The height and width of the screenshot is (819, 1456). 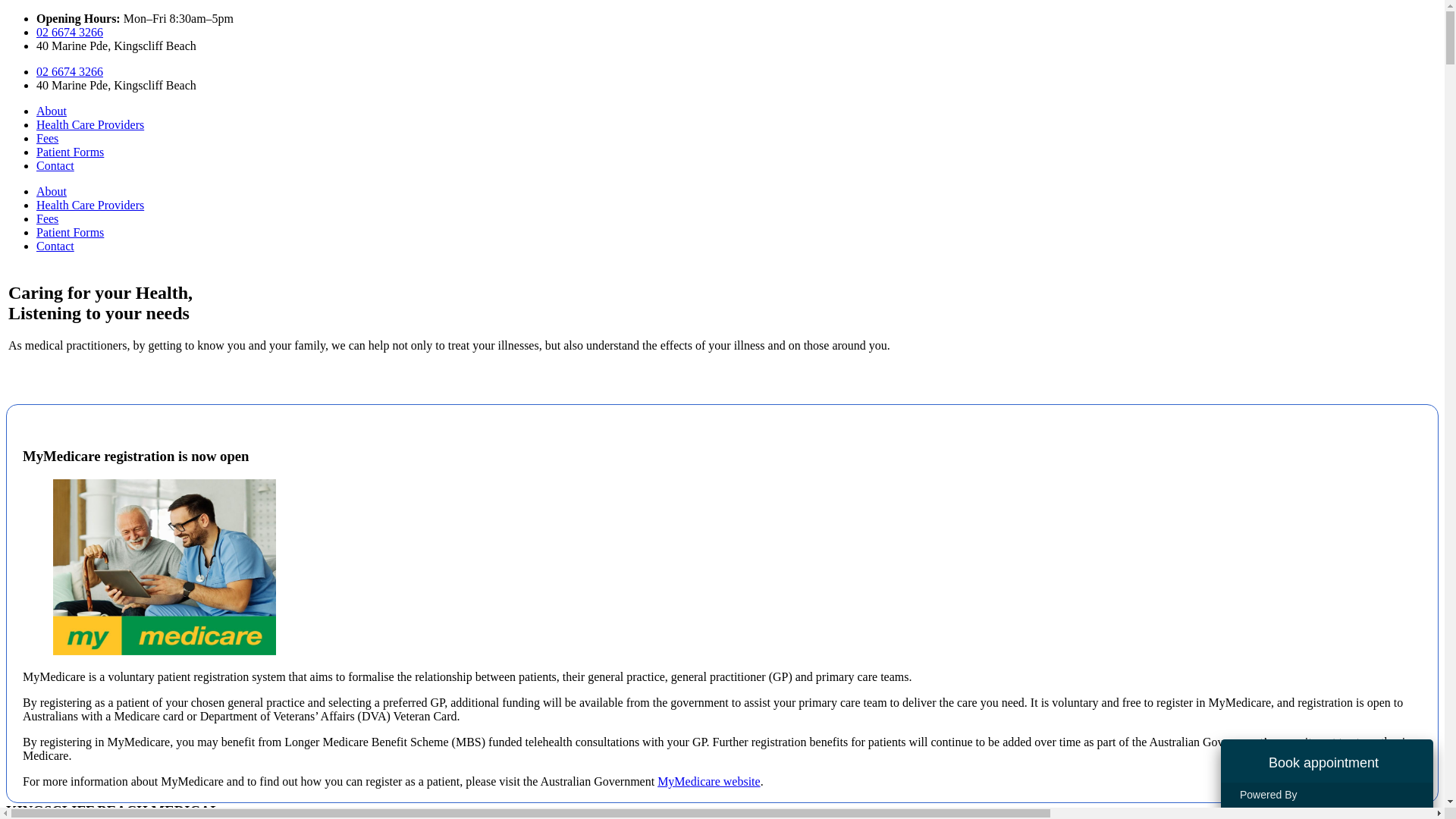 I want to click on '40 Marine Pde, Kingscliff Beach', so click(x=115, y=45).